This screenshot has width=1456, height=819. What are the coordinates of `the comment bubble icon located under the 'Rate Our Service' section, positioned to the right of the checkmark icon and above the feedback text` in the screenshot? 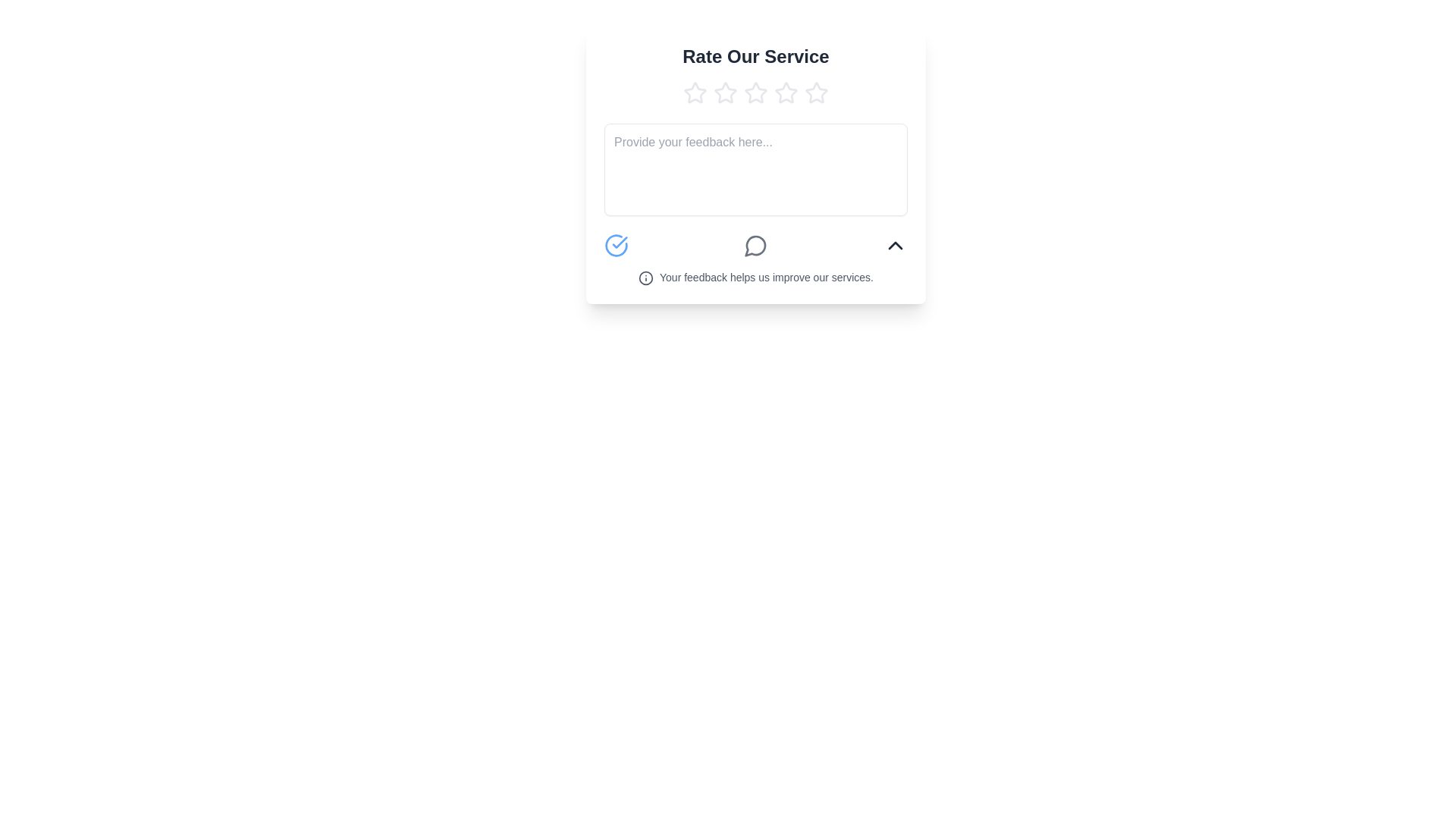 It's located at (755, 245).